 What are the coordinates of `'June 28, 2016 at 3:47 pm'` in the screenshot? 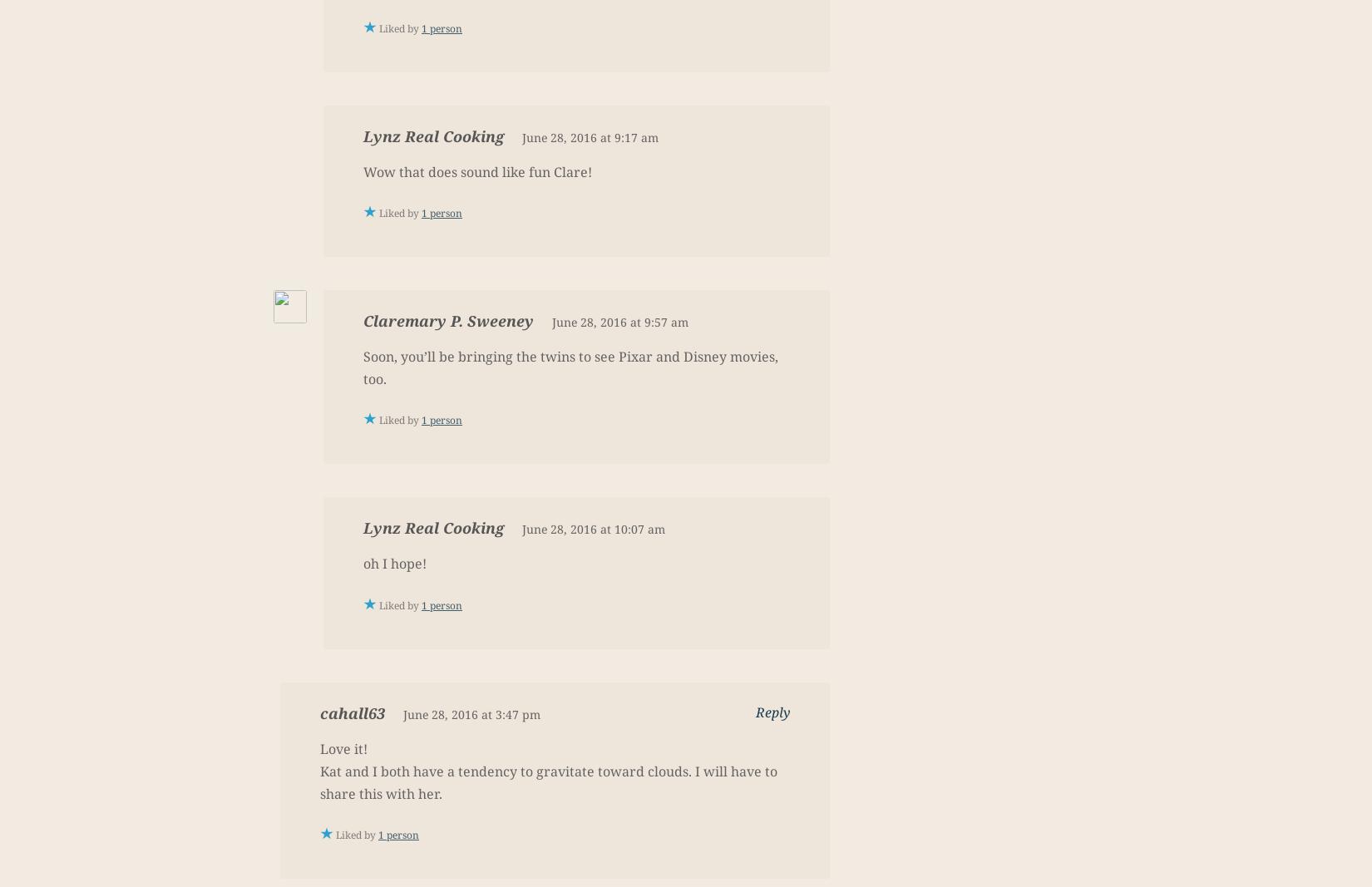 It's located at (471, 712).